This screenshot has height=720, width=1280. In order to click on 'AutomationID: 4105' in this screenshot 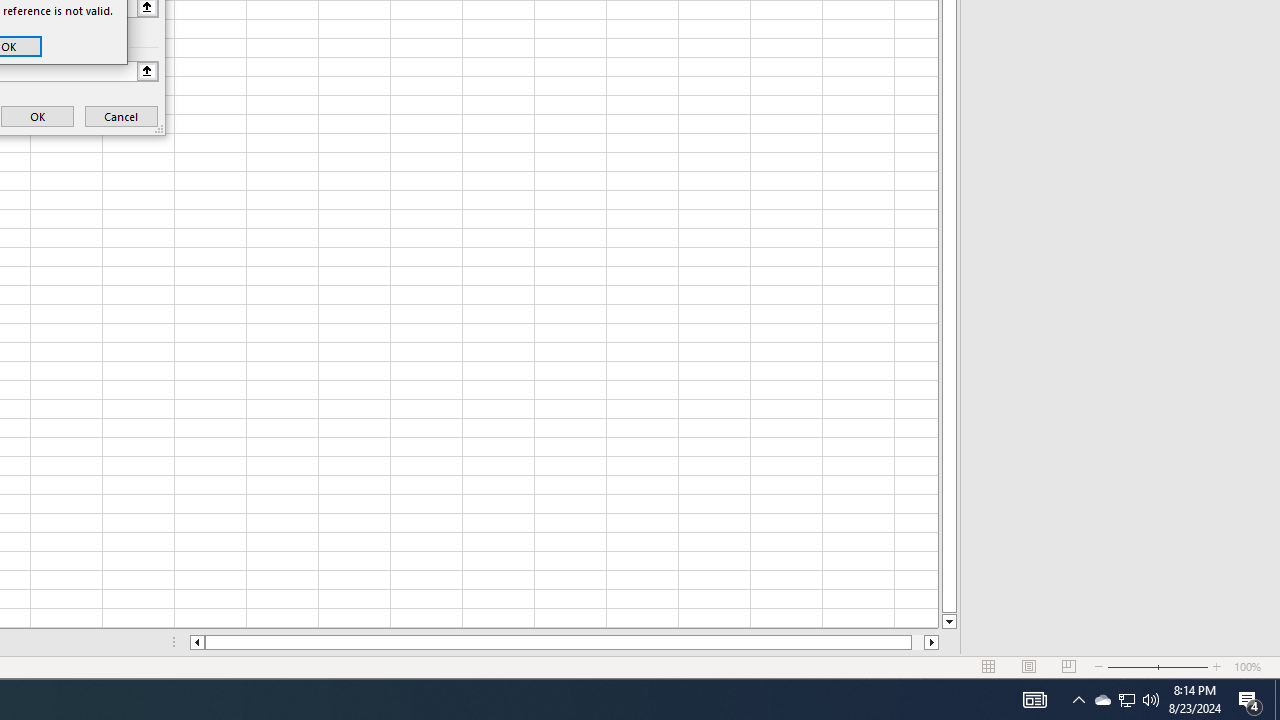, I will do `click(1034, 698)`.